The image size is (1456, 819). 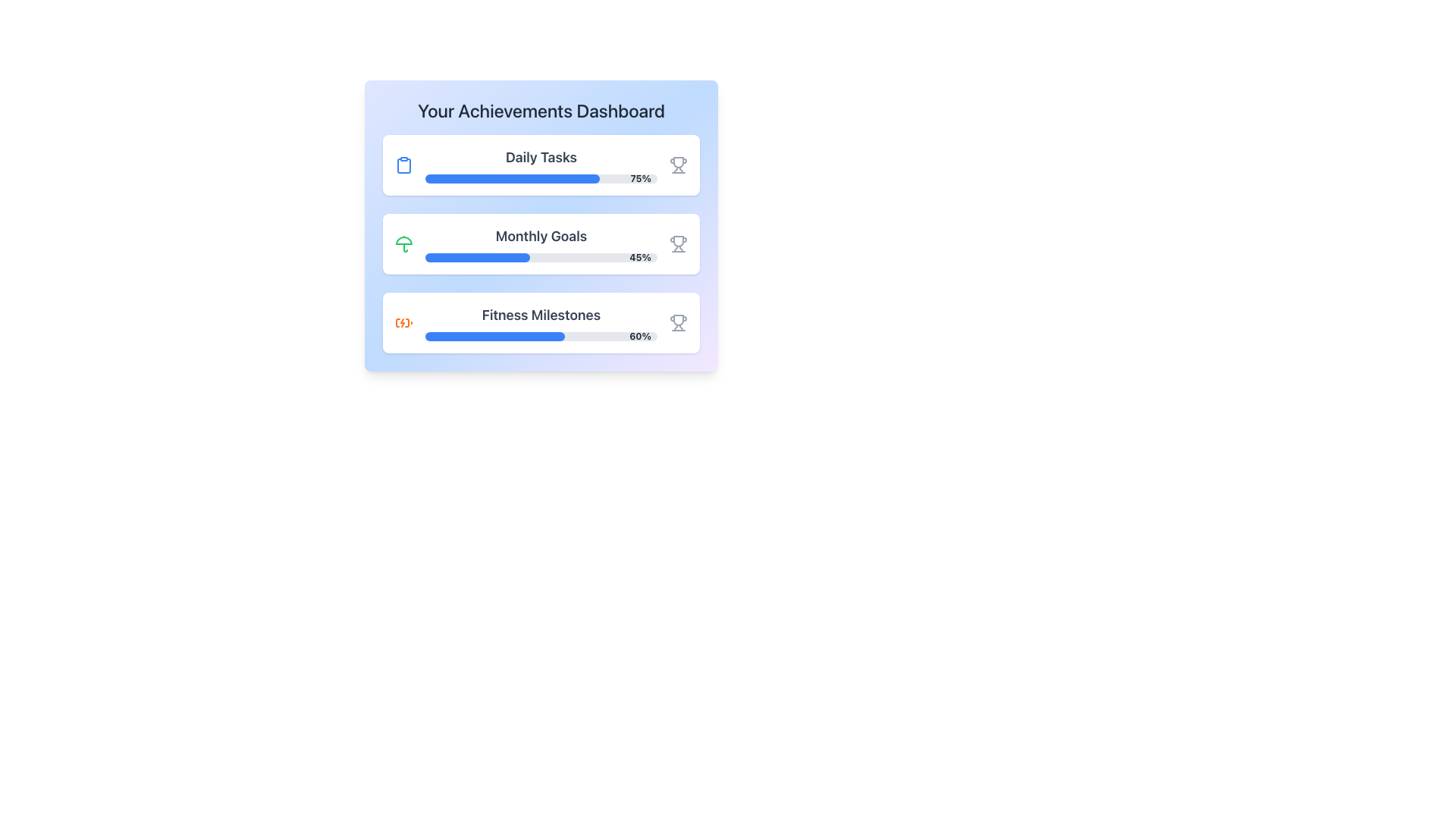 I want to click on displayed text '45%' from the Text Label that indicates the current progress percentage of the 'Monthly Goals' section, located at the right end of the second progress bar on the achievements dashboard, so click(x=643, y=256).